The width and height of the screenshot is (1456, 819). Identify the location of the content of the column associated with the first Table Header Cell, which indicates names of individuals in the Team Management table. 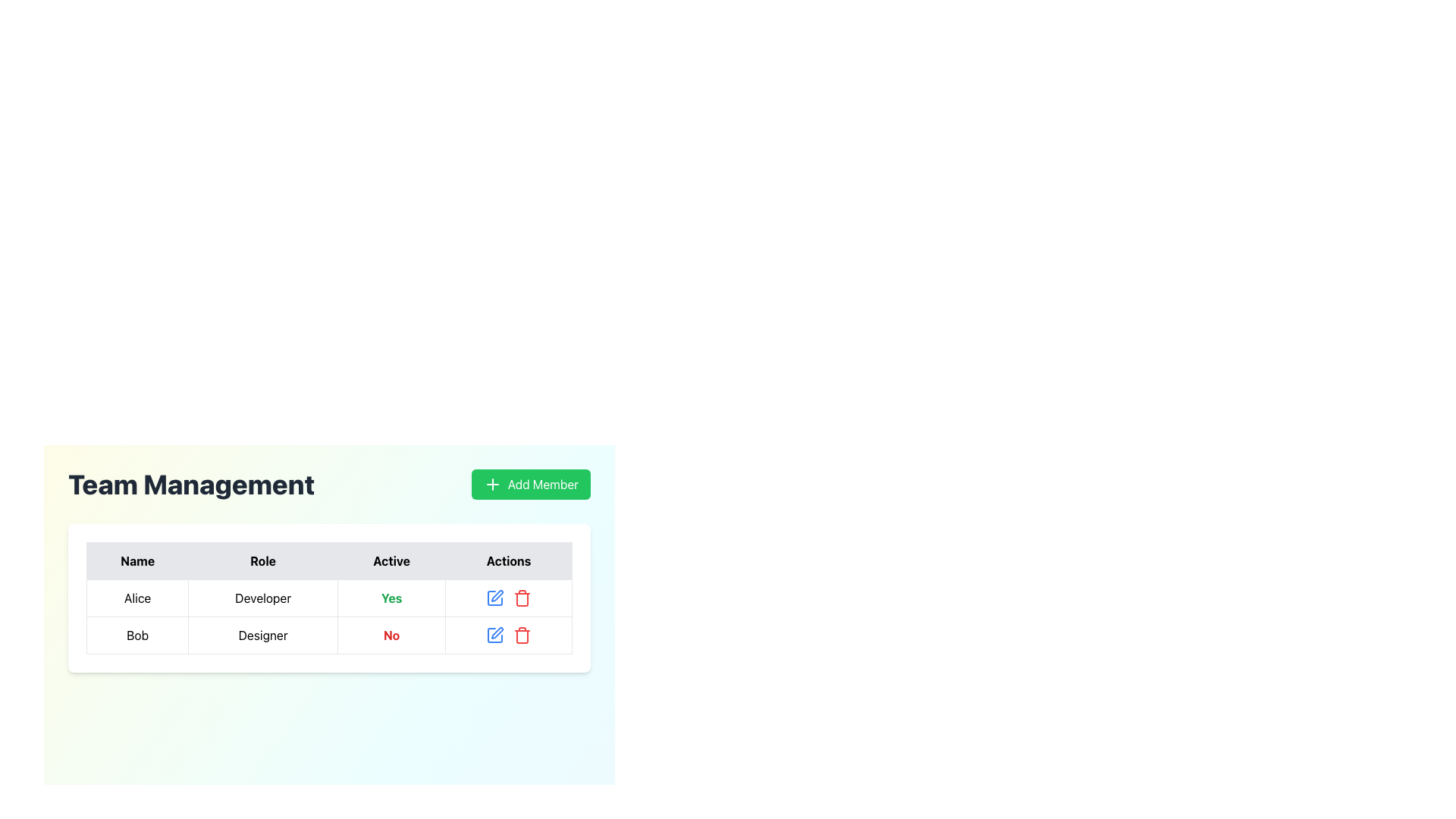
(137, 561).